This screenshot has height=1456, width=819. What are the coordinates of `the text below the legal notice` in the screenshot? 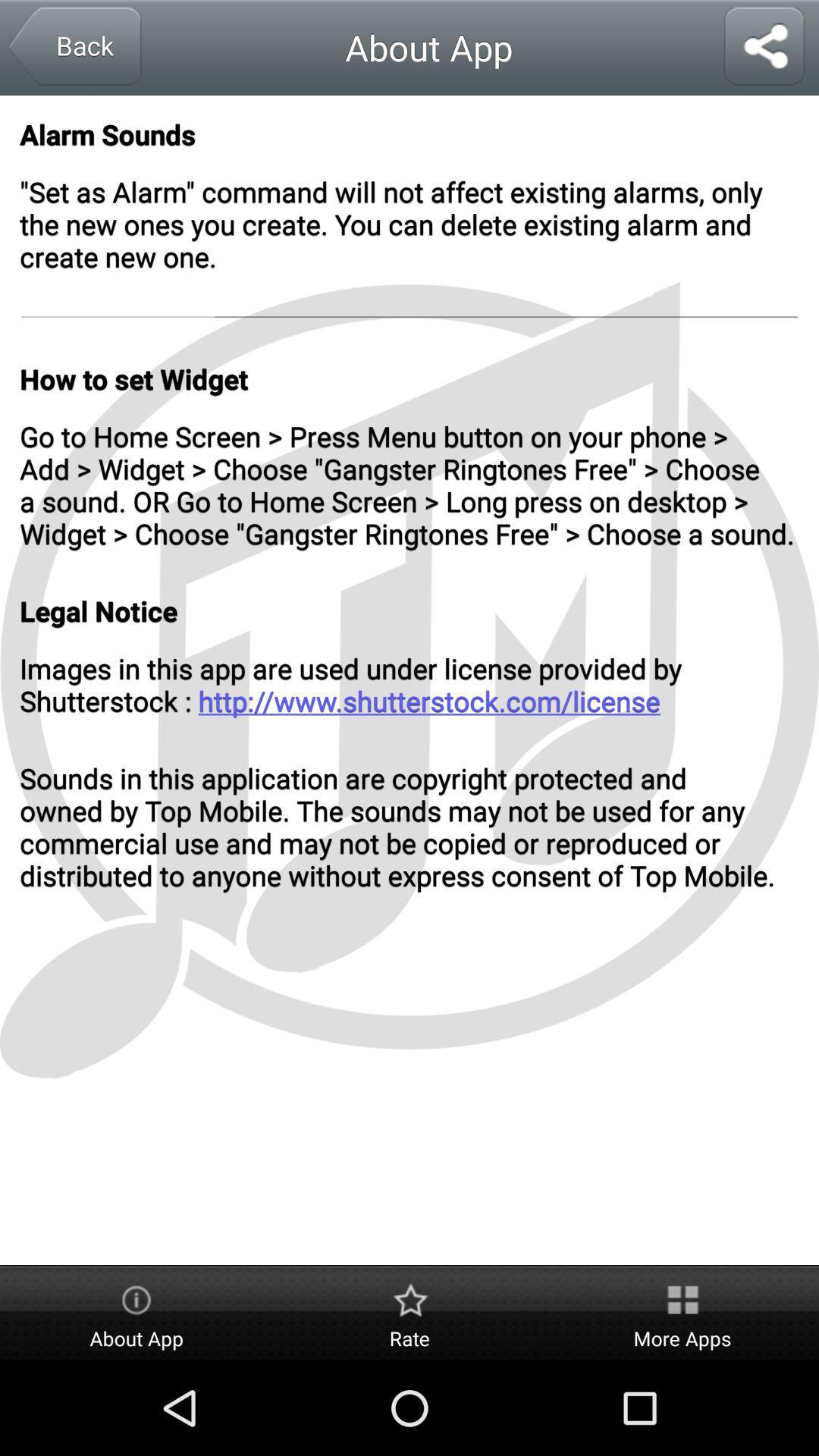 It's located at (409, 683).